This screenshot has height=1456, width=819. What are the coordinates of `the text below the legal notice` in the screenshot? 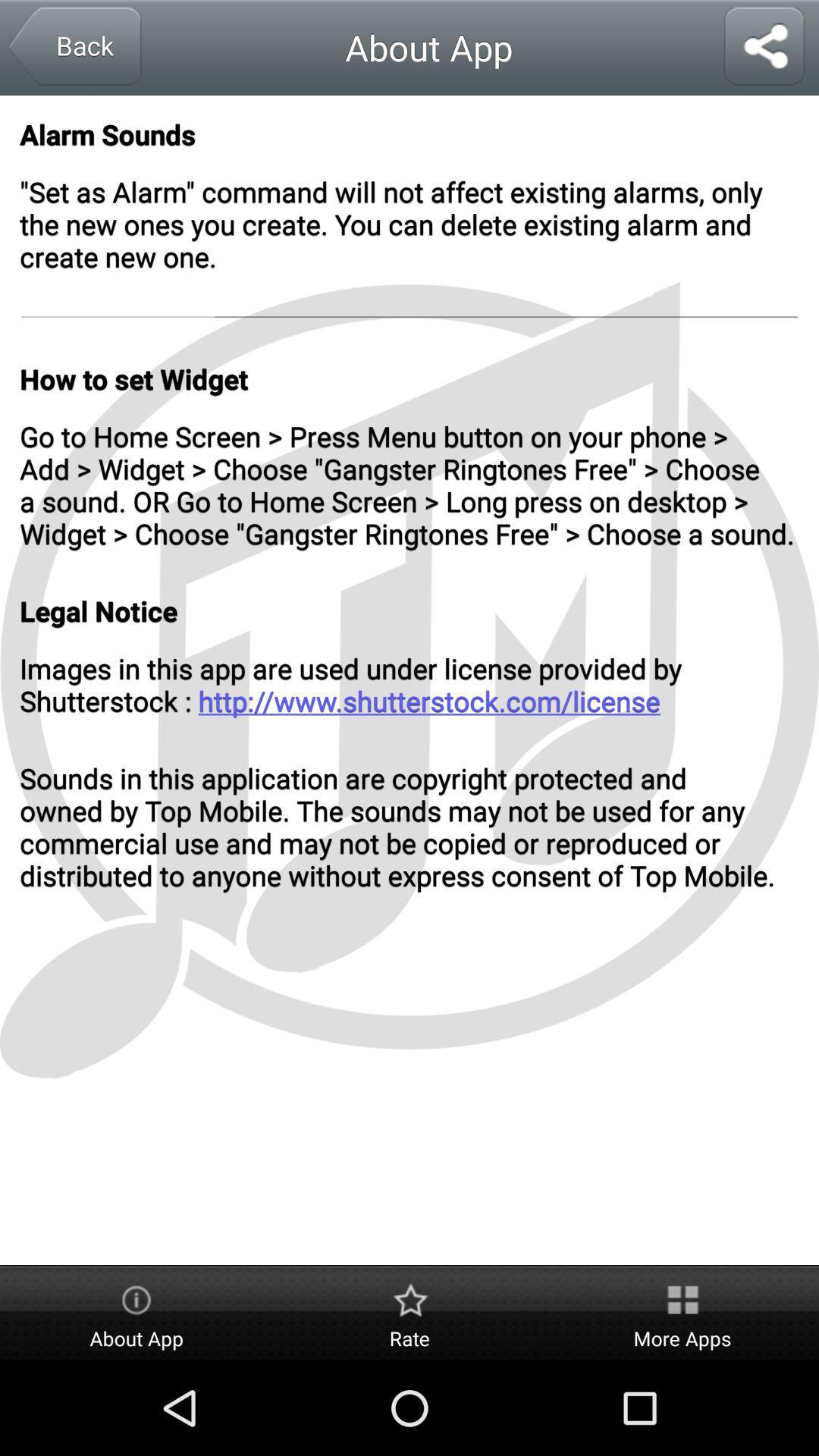 It's located at (409, 683).